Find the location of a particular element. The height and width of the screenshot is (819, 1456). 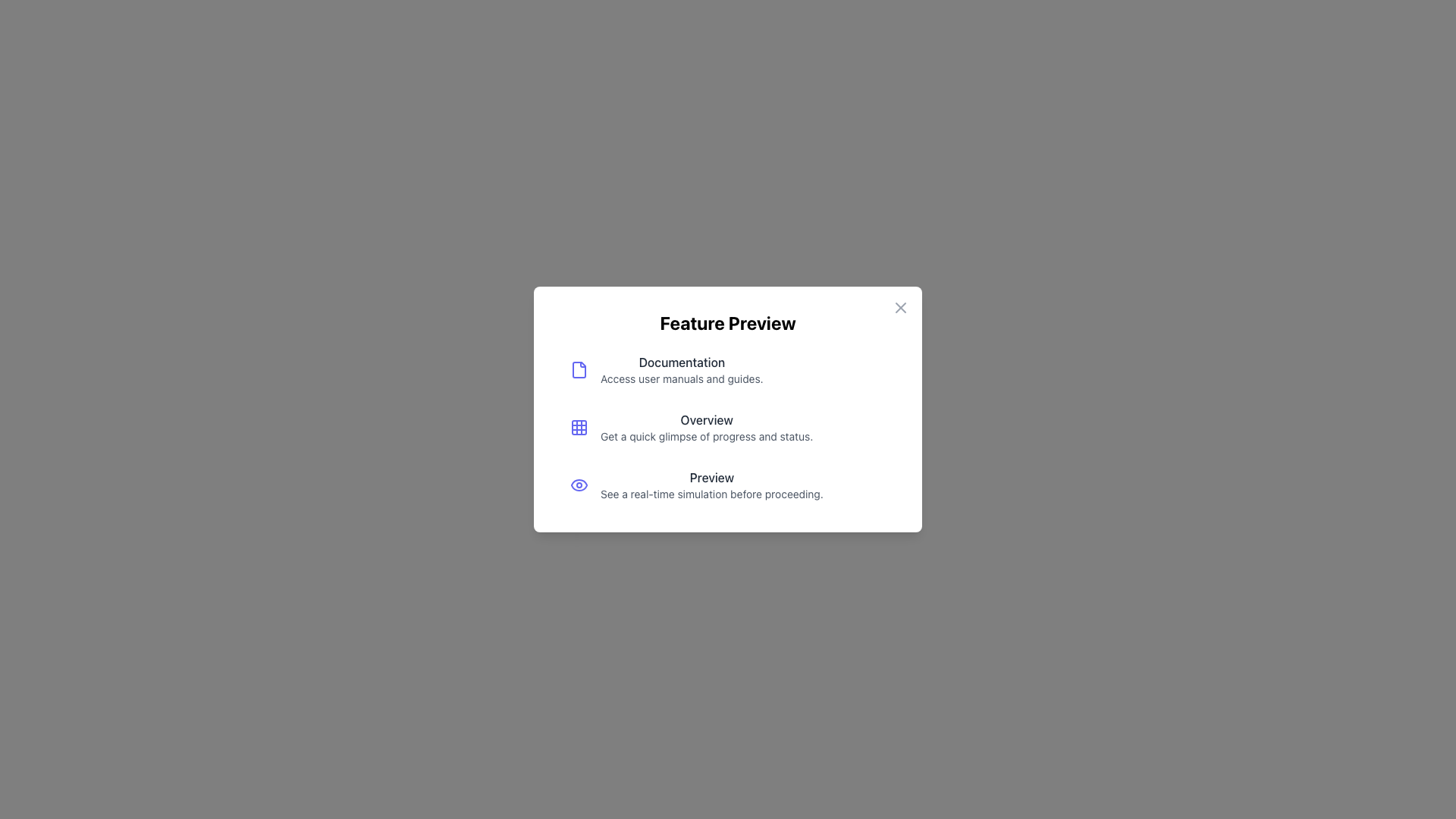

the second interactive list item labeled 'Overview' in the 'Feature Preview' dialog box is located at coordinates (728, 427).